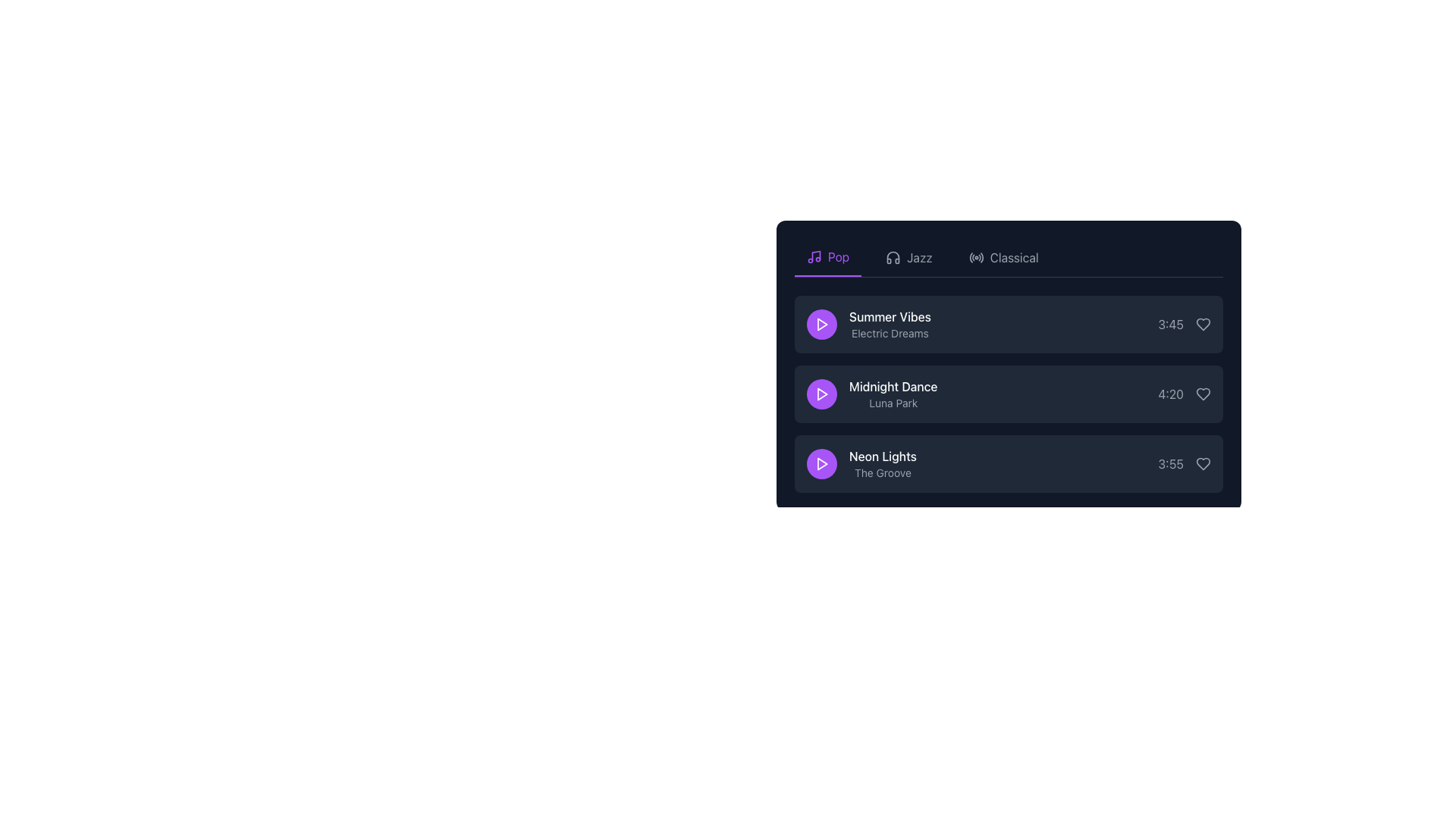  Describe the element at coordinates (1009, 394) in the screenshot. I see `an item in the vertical list of music tracks, which is styled in a dark-themed rectangular card layout` at that location.